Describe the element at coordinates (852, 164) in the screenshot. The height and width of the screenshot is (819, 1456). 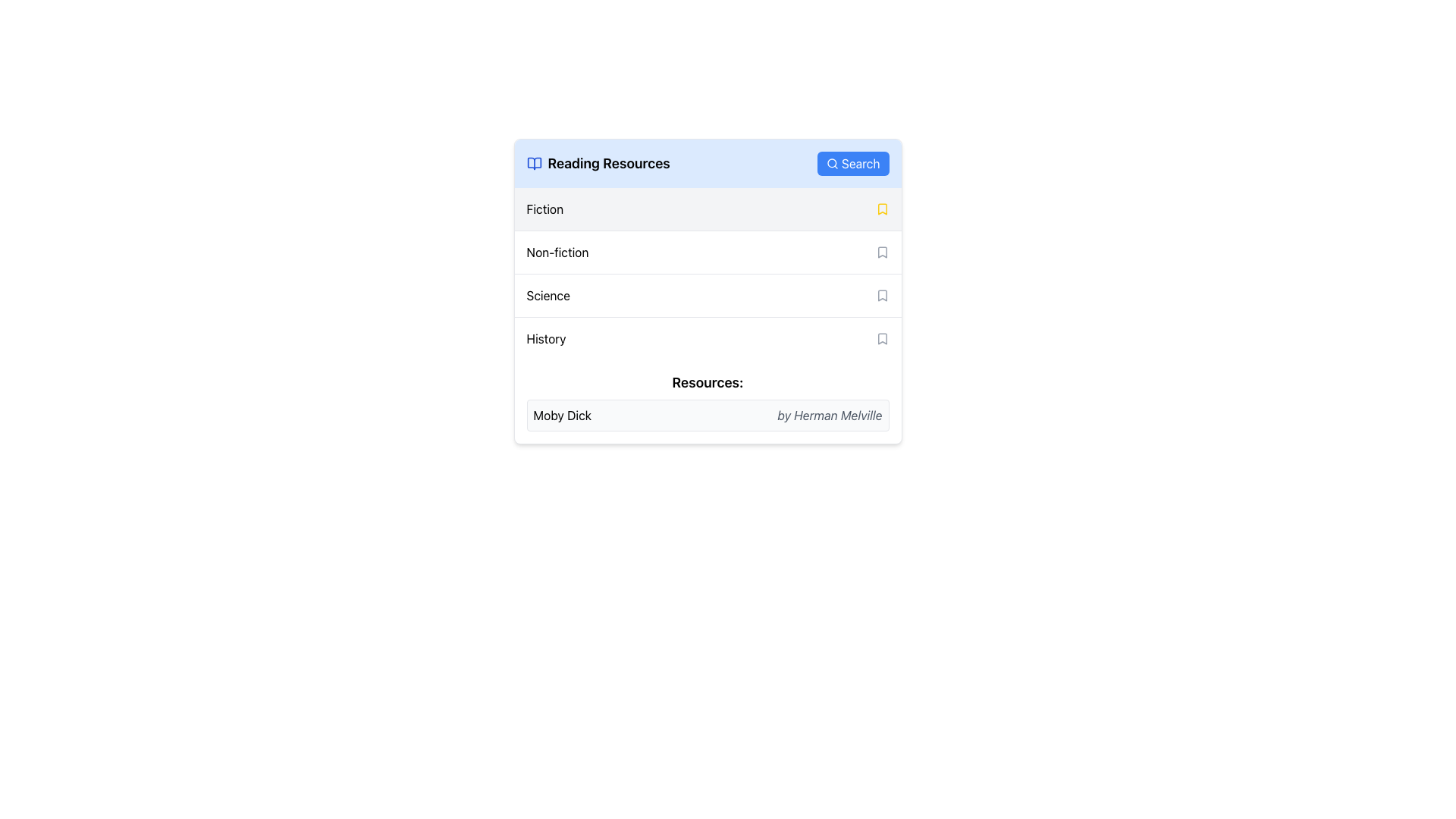
I see `the rectangular 'Search' button with a blue background and white text, located` at that location.